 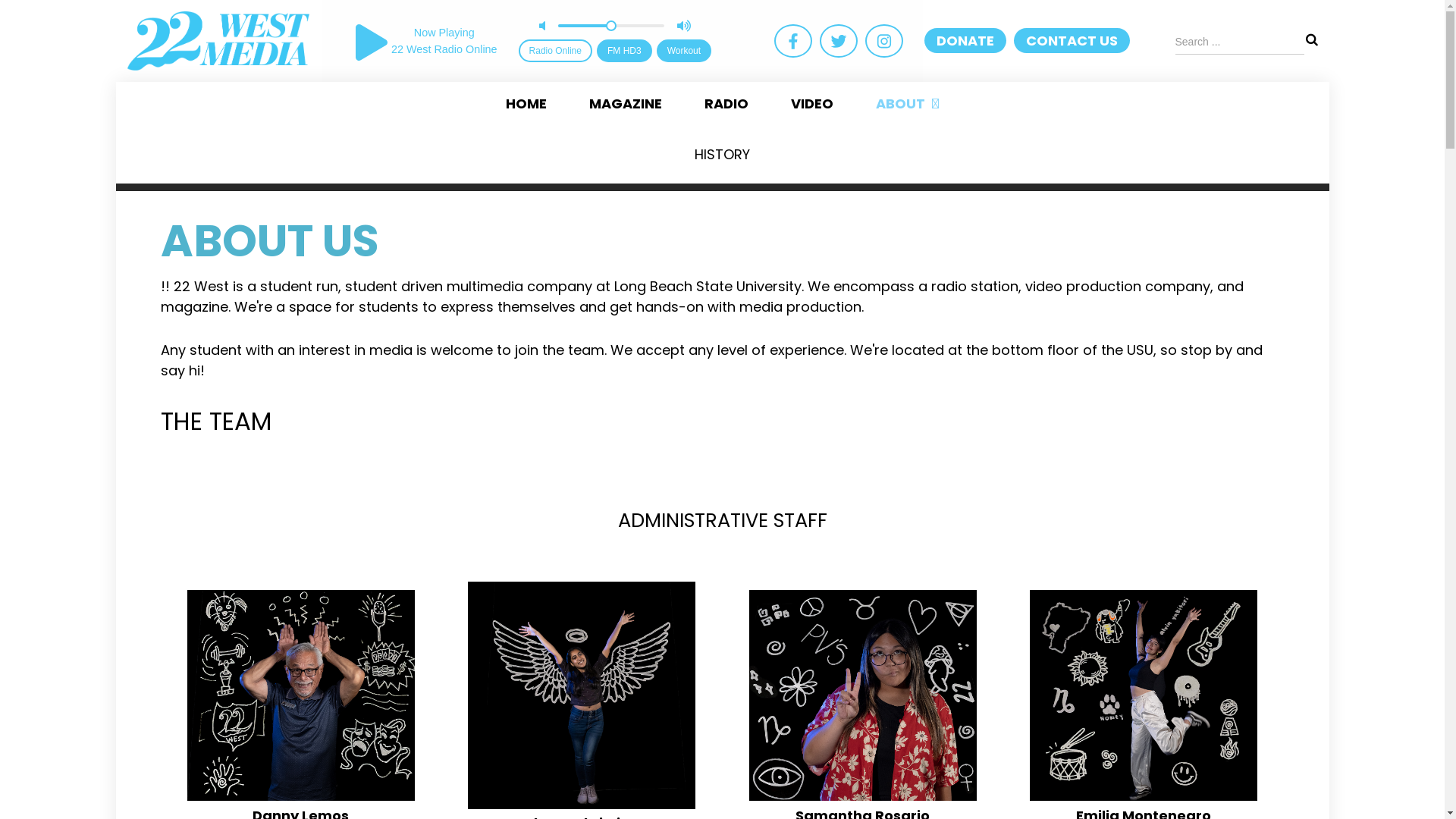 What do you see at coordinates (526, 103) in the screenshot?
I see `'HOME'` at bounding box center [526, 103].